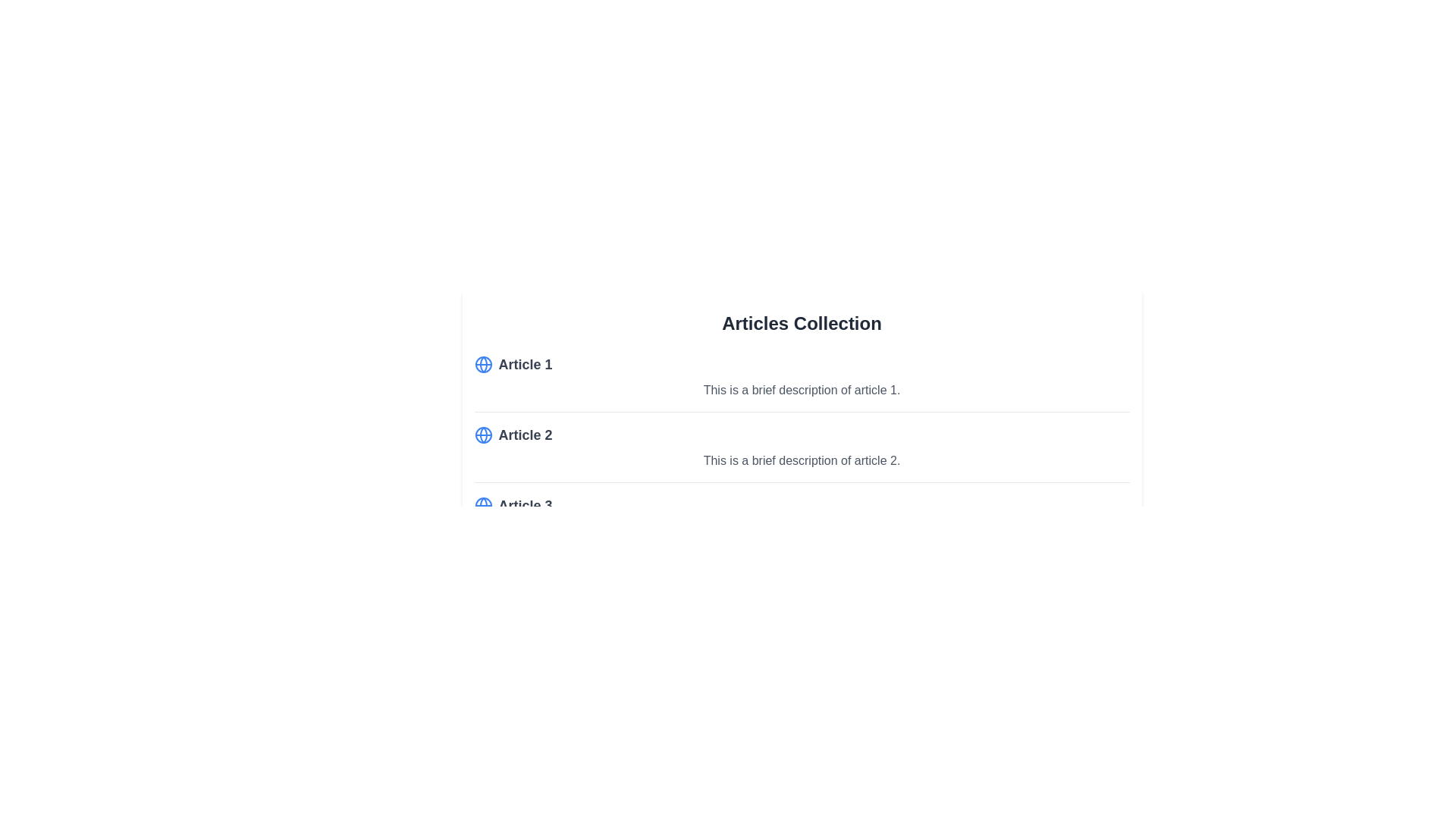 This screenshot has width=1456, height=819. Describe the element at coordinates (801, 453) in the screenshot. I see `the second list item representing an article, which provides an overview of the article's content, positioned centrally below 'Article 1' and above 'Article 3'` at that location.